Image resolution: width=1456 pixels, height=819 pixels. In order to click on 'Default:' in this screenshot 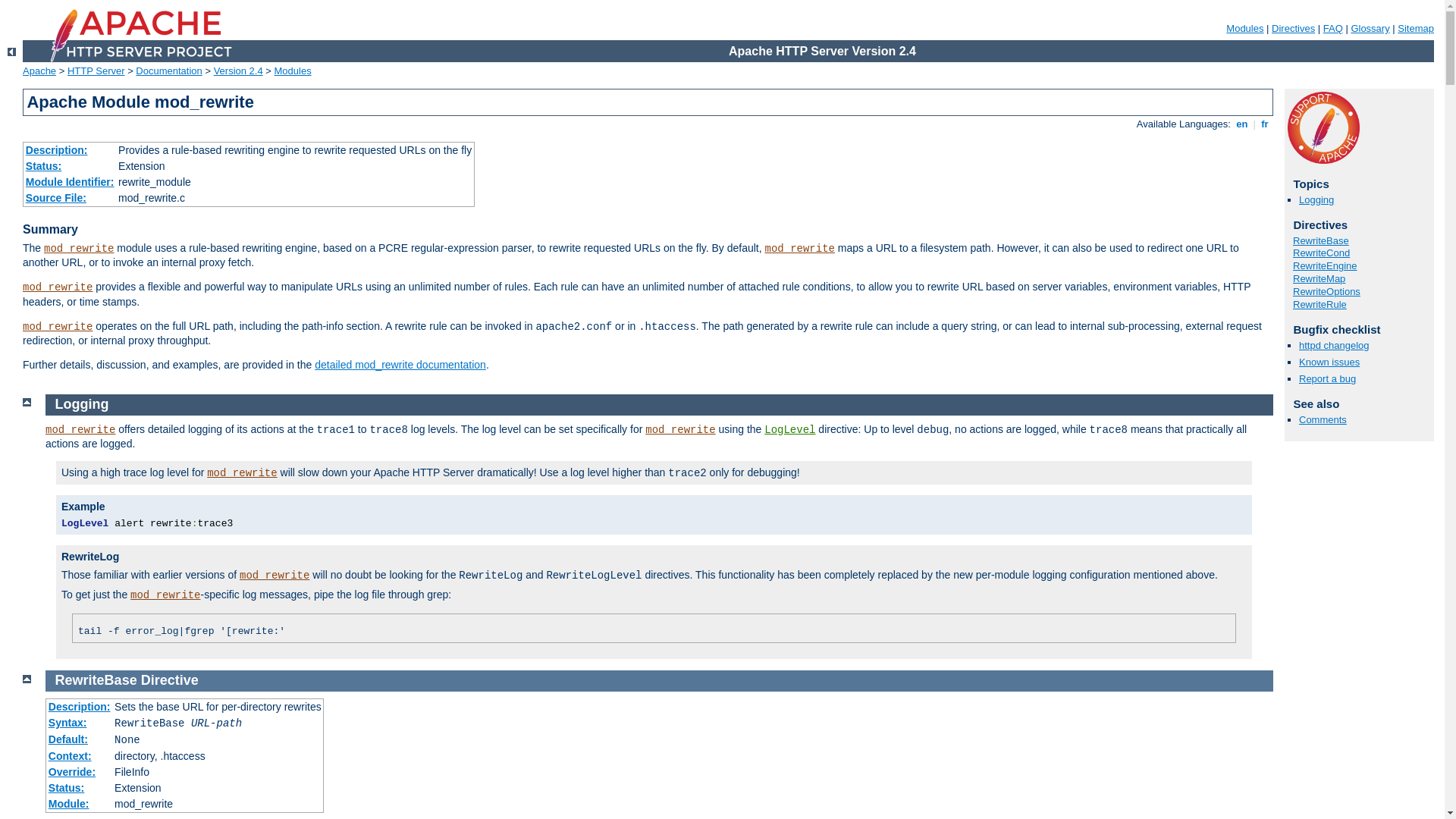, I will do `click(67, 739)`.